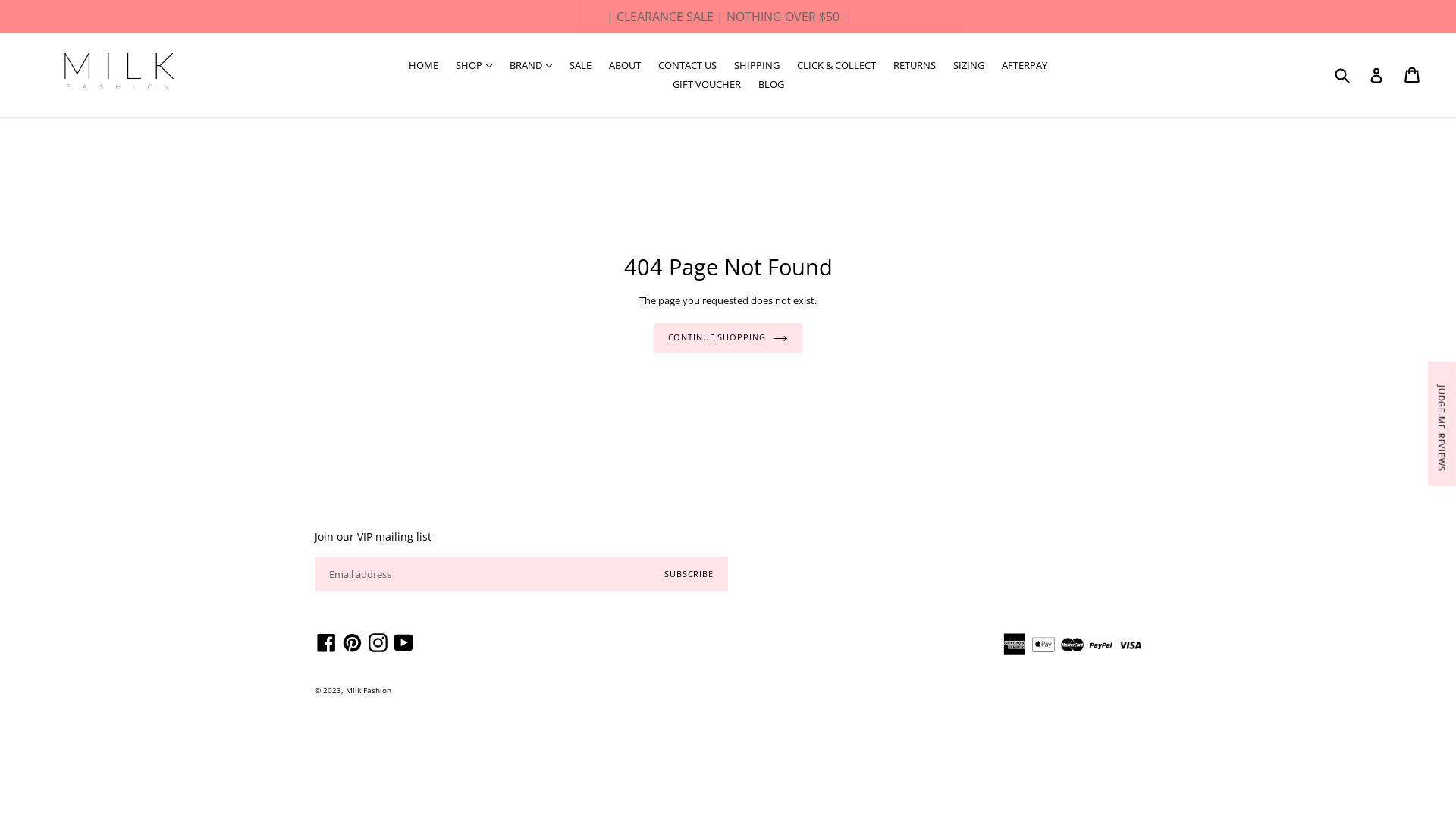 The image size is (1456, 819). I want to click on 'YouTube', so click(403, 642).